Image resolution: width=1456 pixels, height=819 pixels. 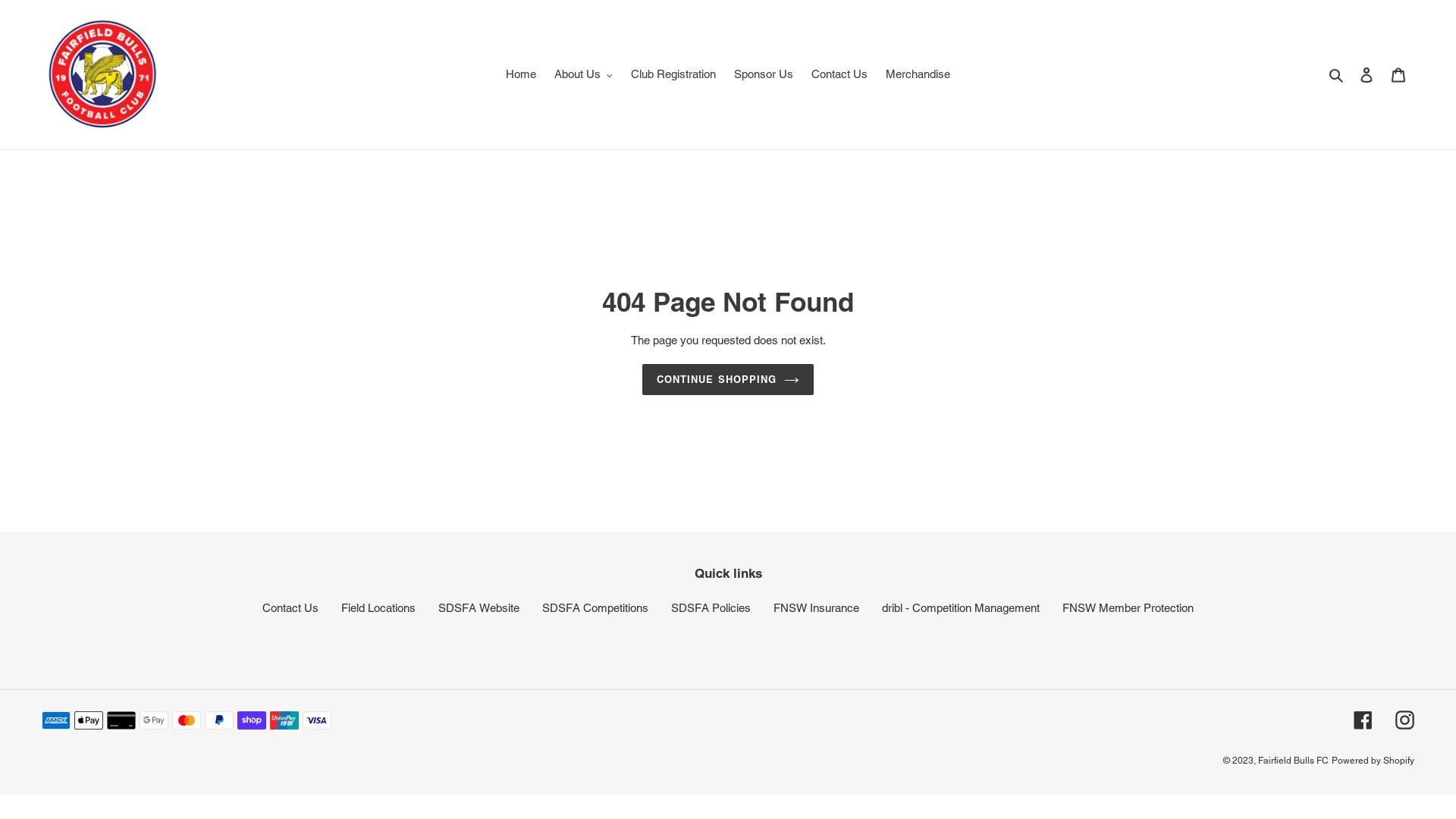 What do you see at coordinates (815, 607) in the screenshot?
I see `'FNSW Insurance'` at bounding box center [815, 607].